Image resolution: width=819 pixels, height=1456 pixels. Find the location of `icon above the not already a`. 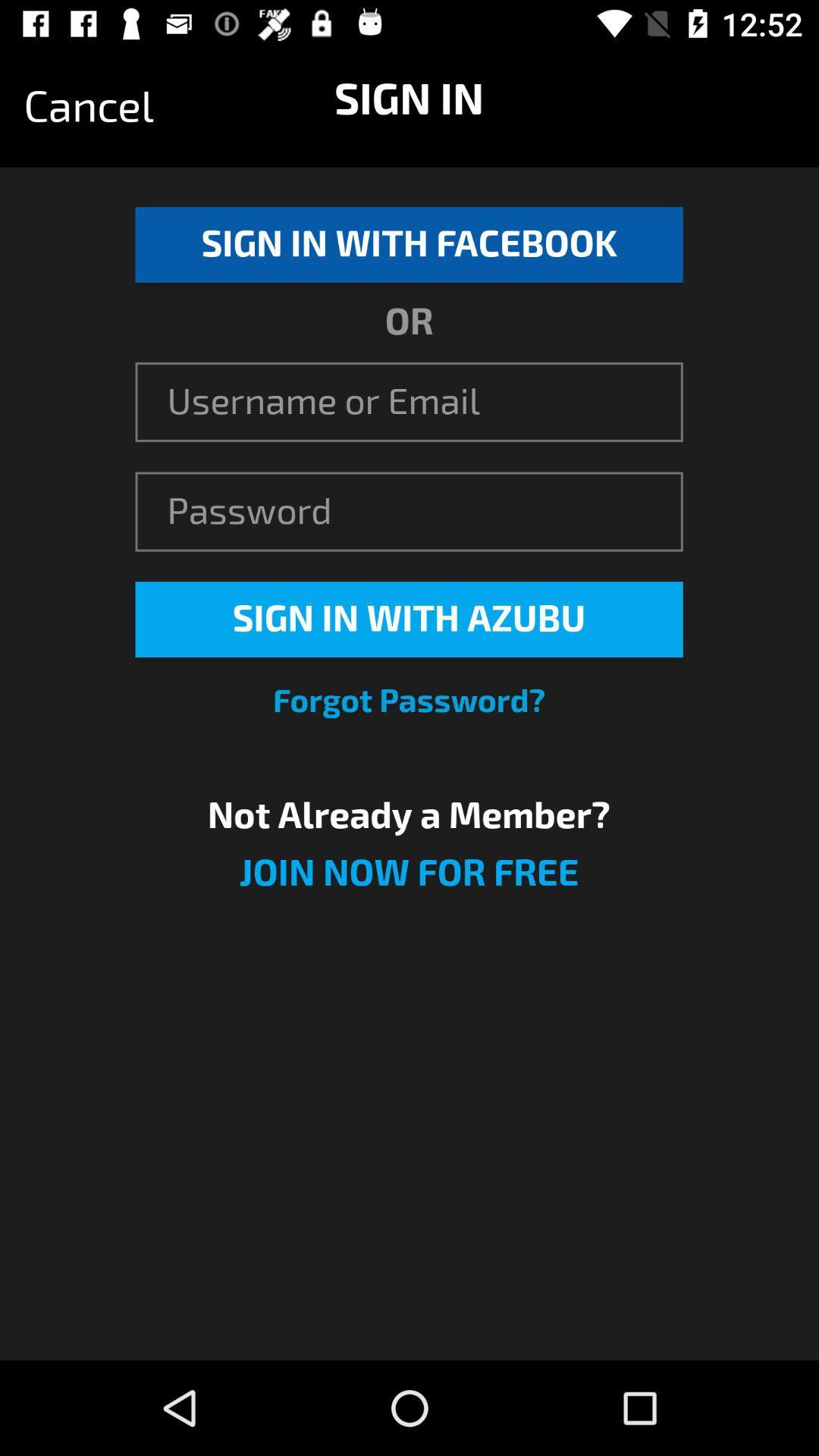

icon above the not already a is located at coordinates (408, 701).